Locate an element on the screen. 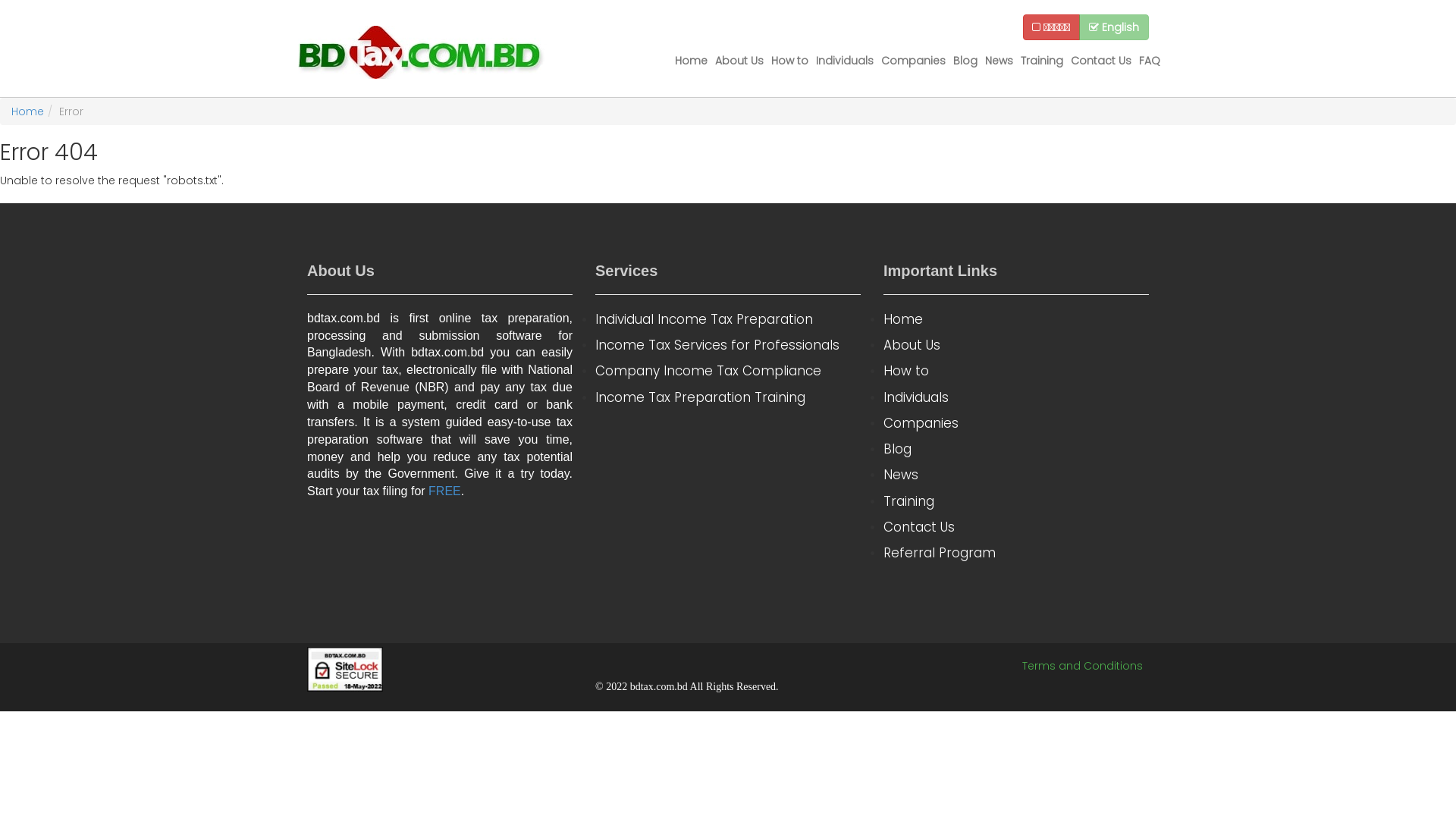 The height and width of the screenshot is (819, 1456). 'Blog' is located at coordinates (1015, 447).